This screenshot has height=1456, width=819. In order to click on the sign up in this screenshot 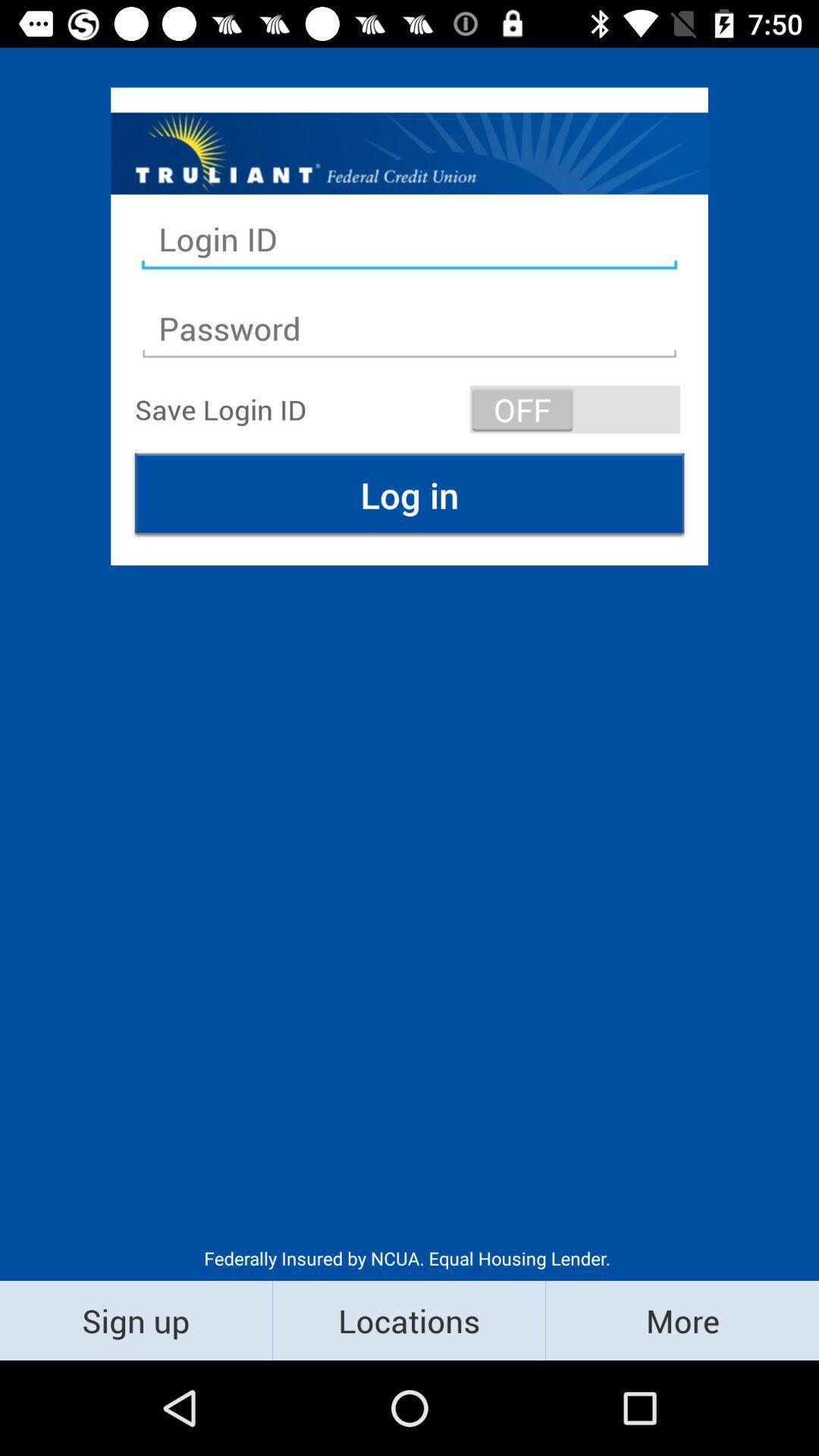, I will do `click(135, 1319)`.